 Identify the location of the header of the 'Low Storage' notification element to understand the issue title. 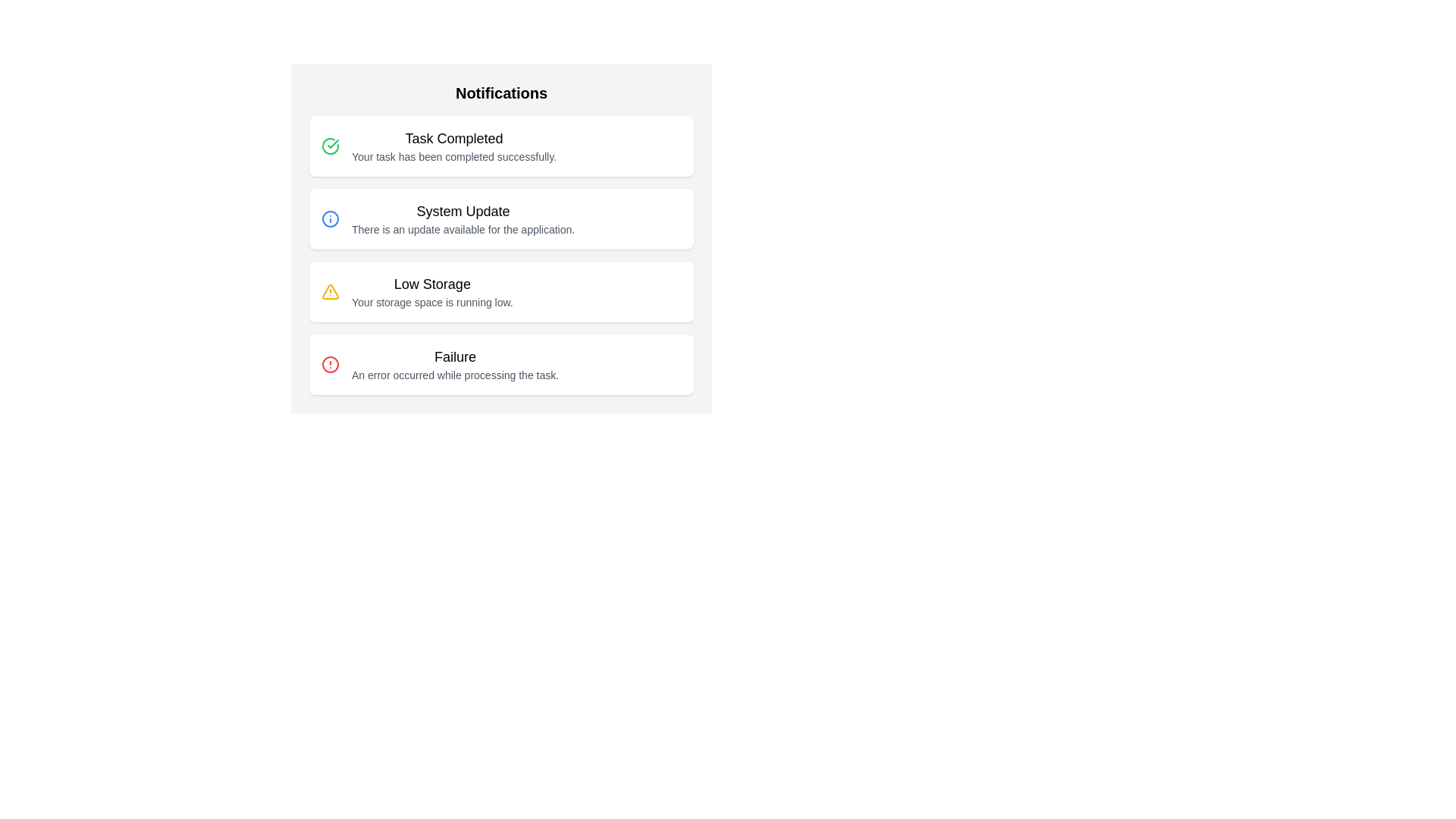
(431, 292).